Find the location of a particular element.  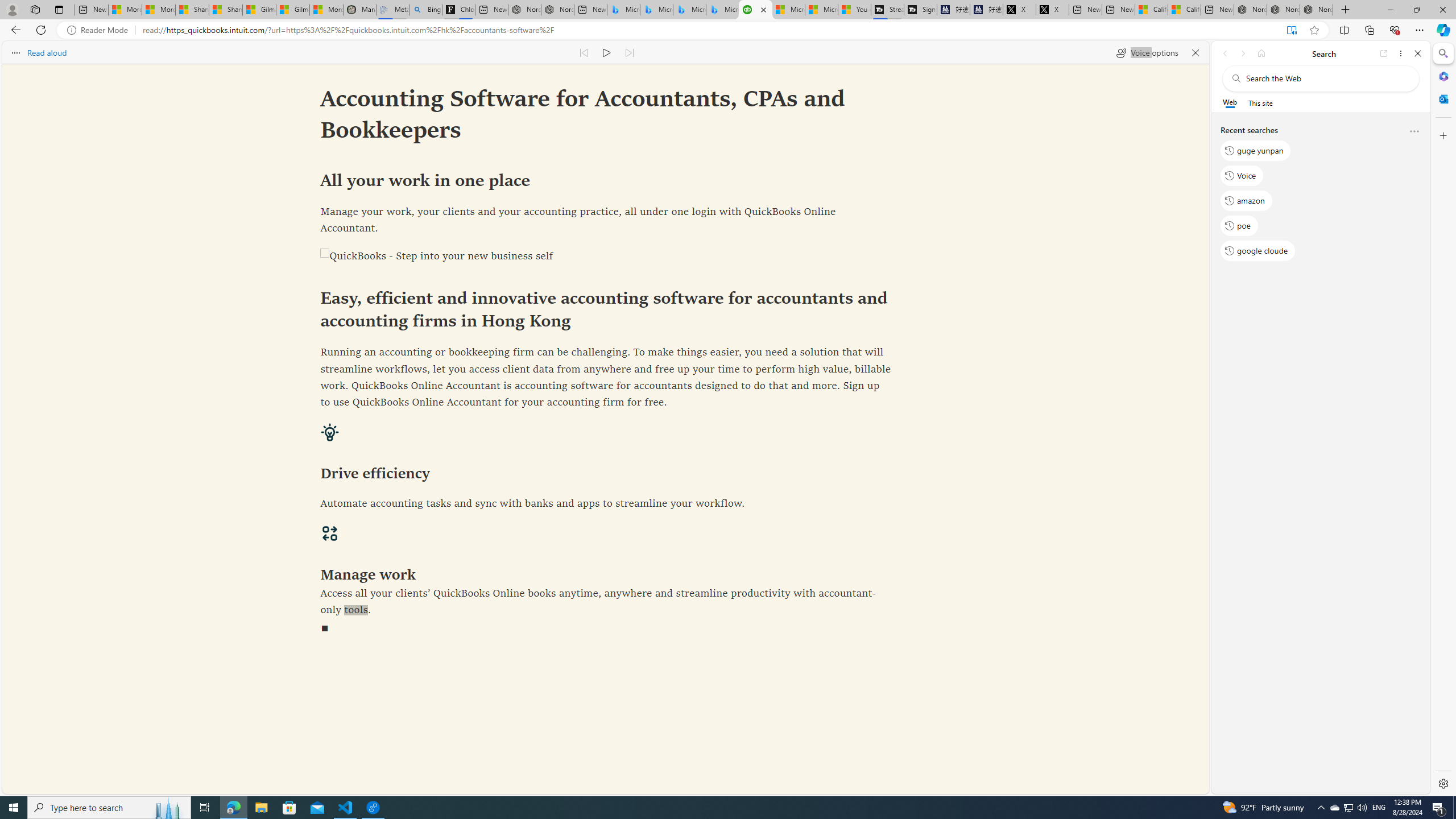

'This site scope' is located at coordinates (1259, 102).